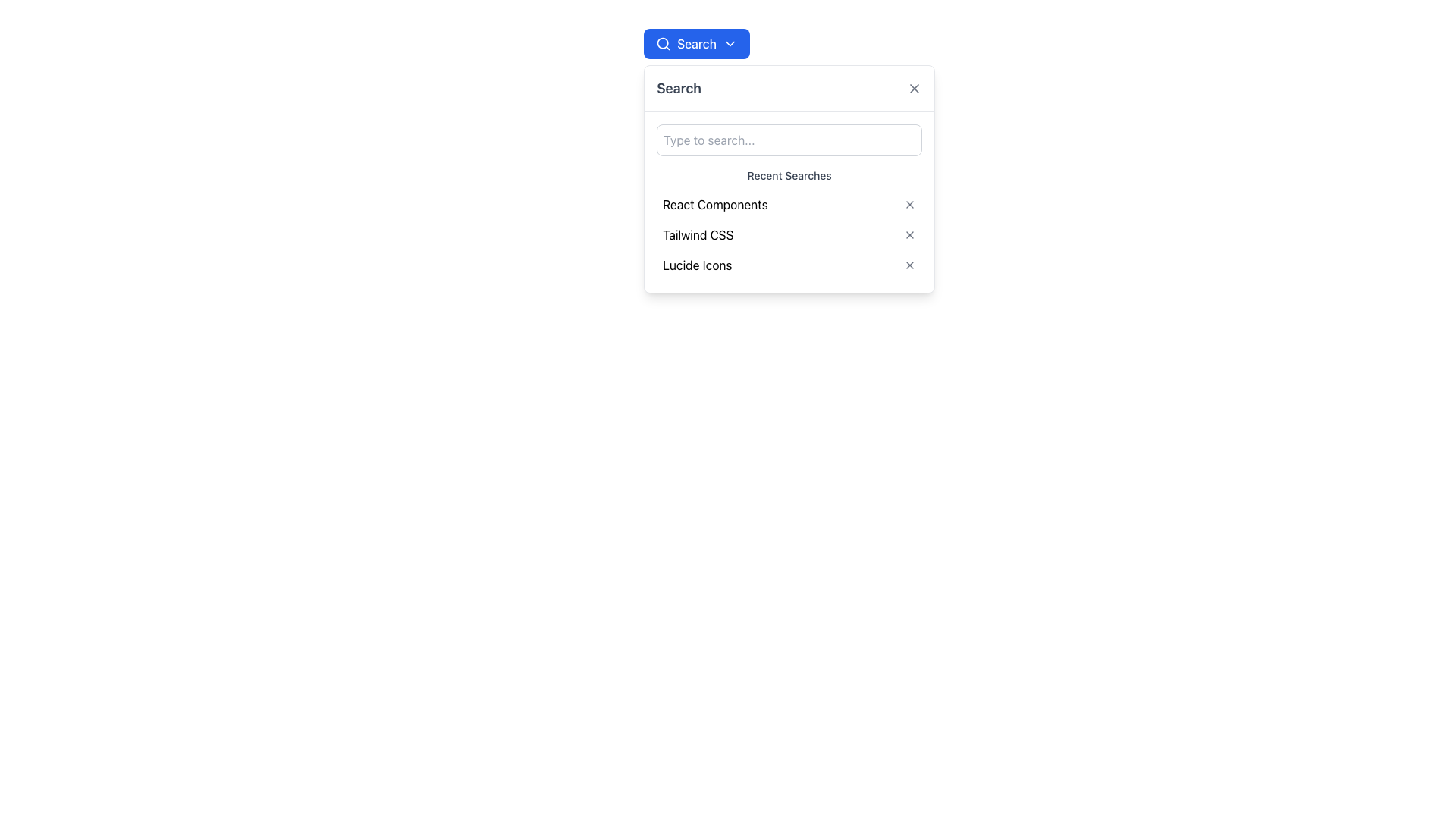 This screenshot has width=1456, height=819. Describe the element at coordinates (789, 234) in the screenshot. I see `the middle entry in the dropdown list containing 'Tailwind CSS'` at that location.